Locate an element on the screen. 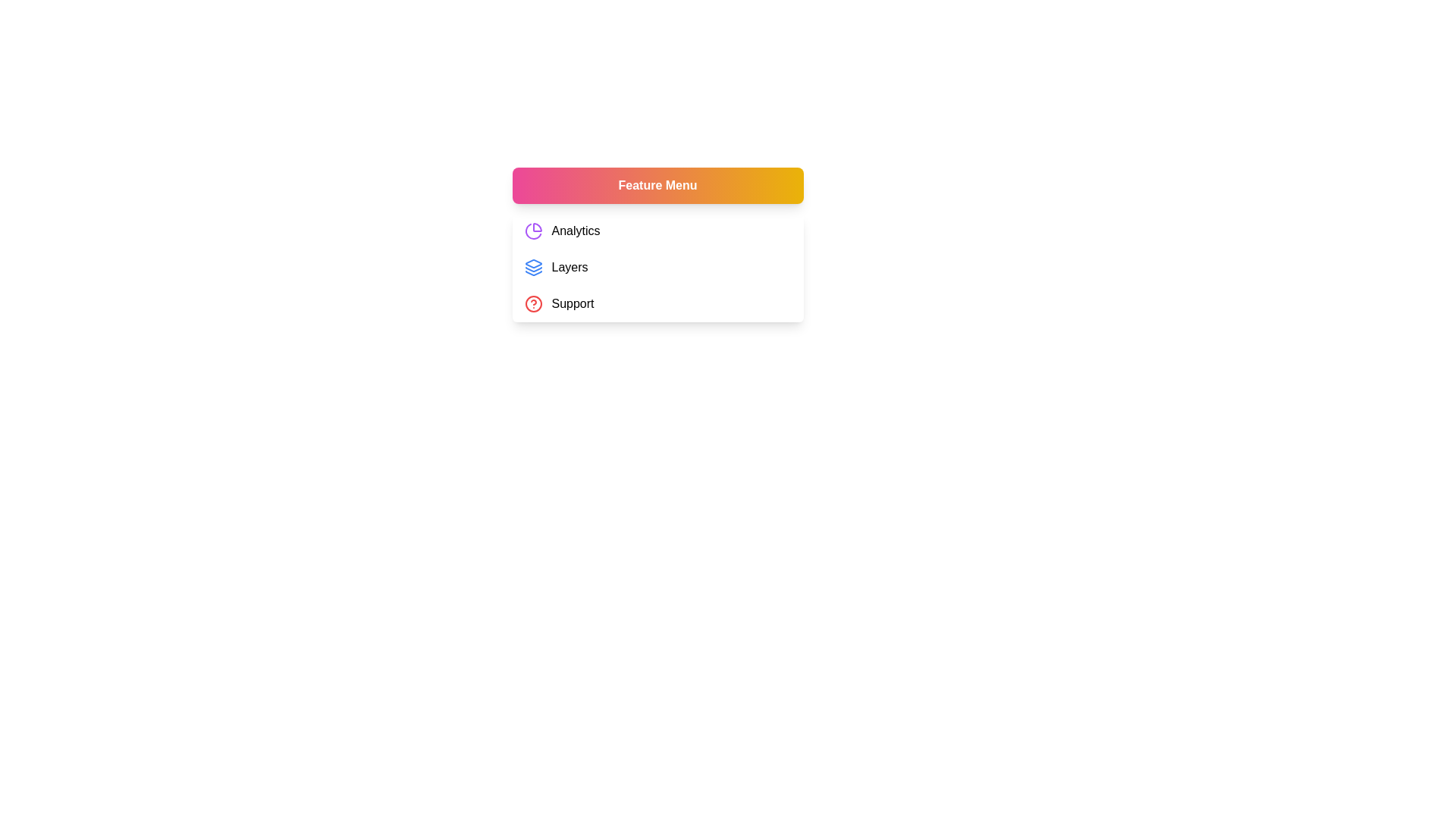  the 'Layers' option in the menu is located at coordinates (657, 267).